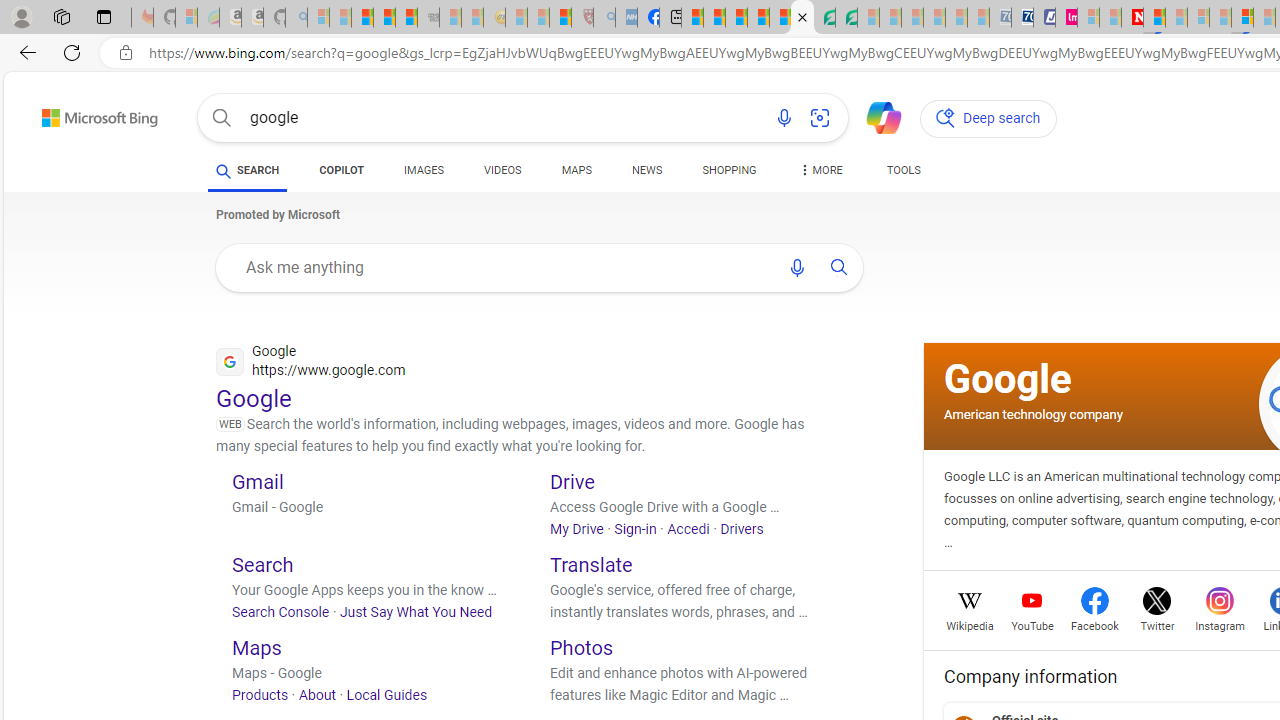 The image size is (1280, 720). Describe the element at coordinates (415, 611) in the screenshot. I see `'Just Say What You Need'` at that location.